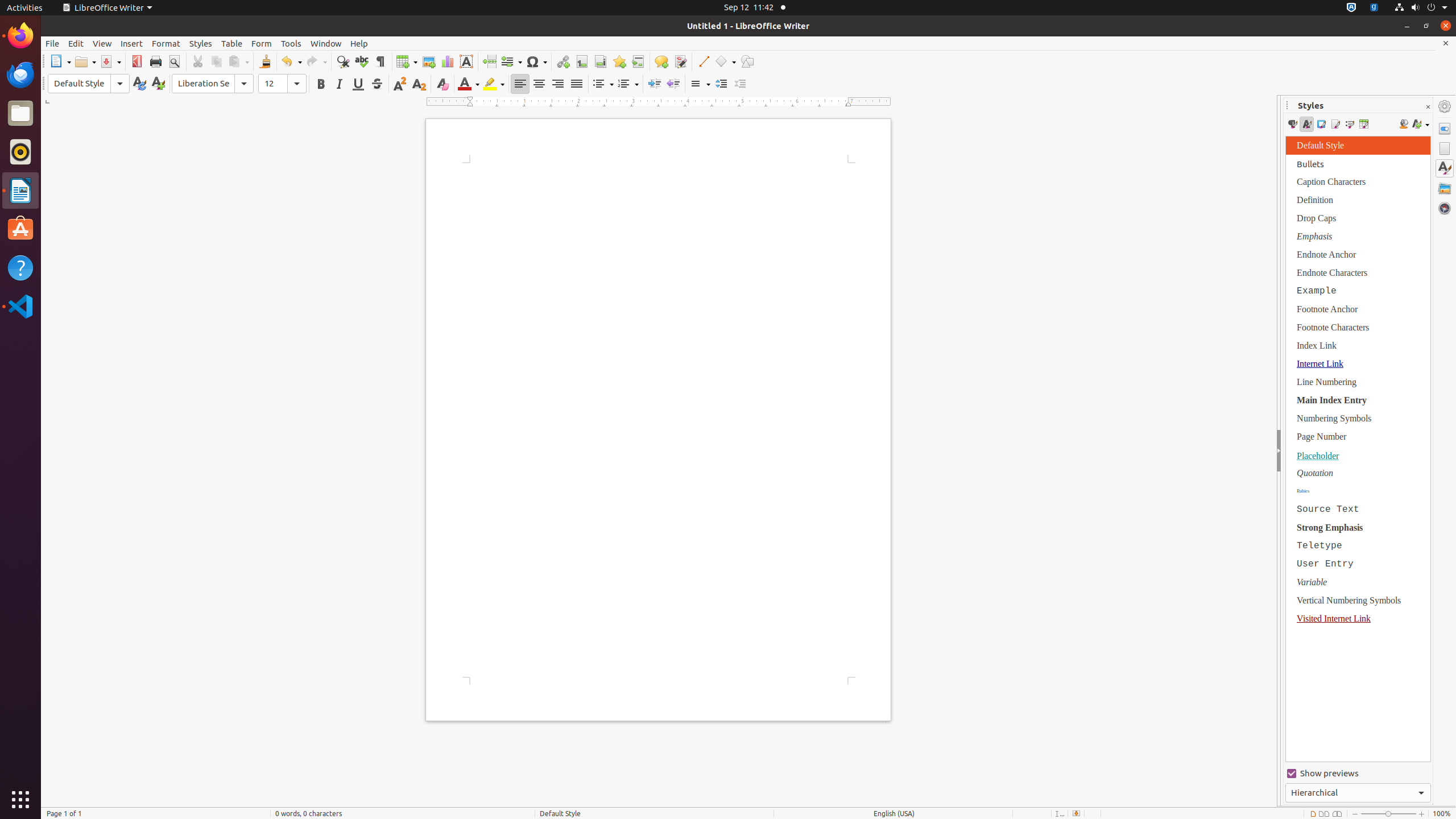 The height and width of the screenshot is (819, 1456). Describe the element at coordinates (262, 43) in the screenshot. I see `'Form'` at that location.